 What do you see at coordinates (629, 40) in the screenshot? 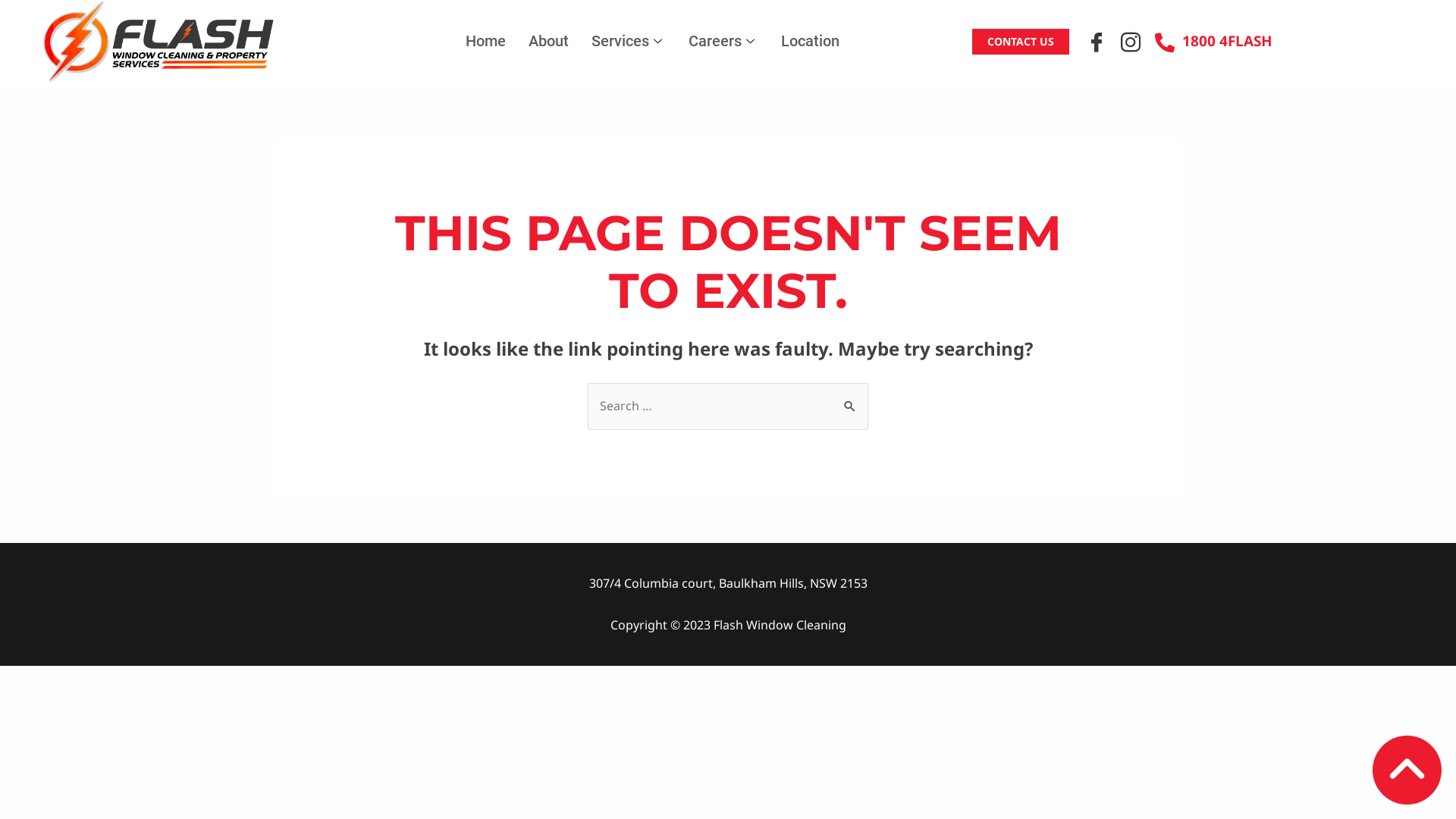
I see `'Services'` at bounding box center [629, 40].